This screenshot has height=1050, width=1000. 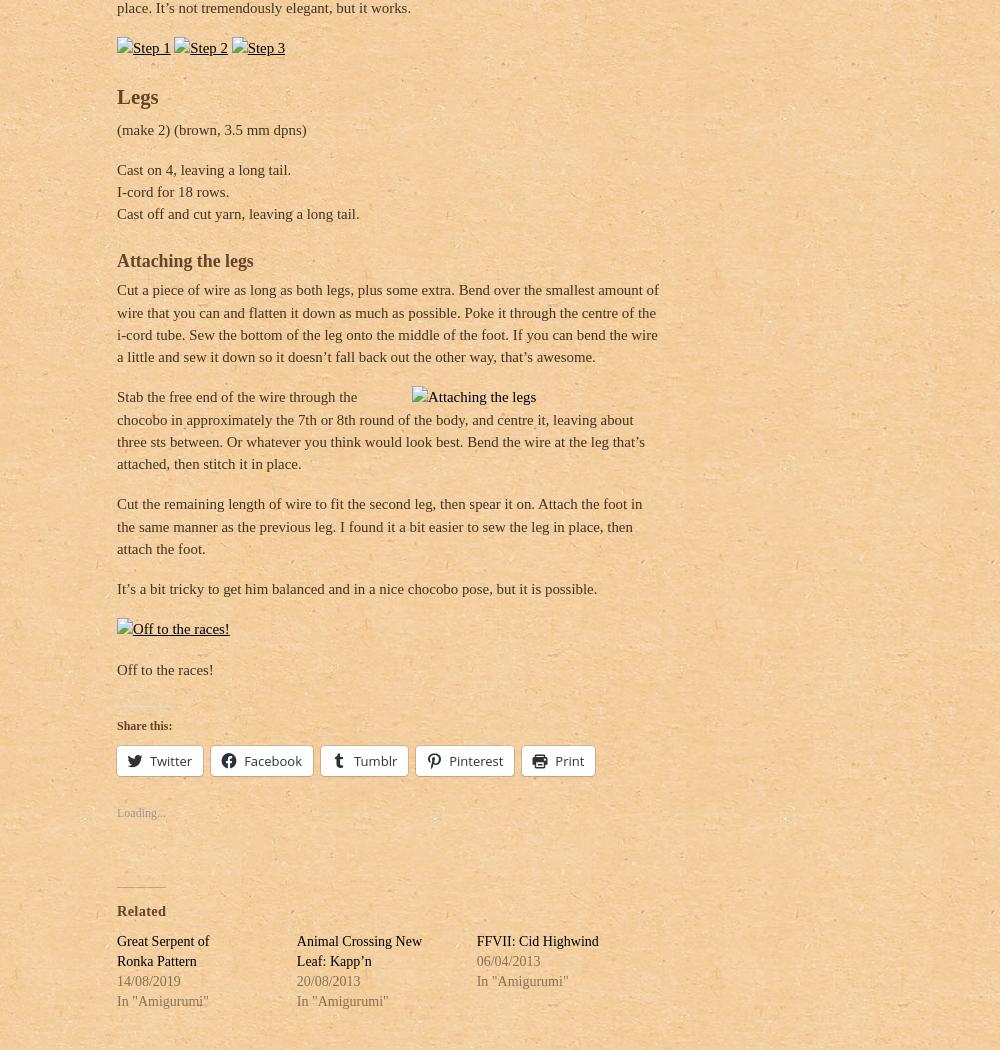 I want to click on 'Related', so click(x=141, y=904).